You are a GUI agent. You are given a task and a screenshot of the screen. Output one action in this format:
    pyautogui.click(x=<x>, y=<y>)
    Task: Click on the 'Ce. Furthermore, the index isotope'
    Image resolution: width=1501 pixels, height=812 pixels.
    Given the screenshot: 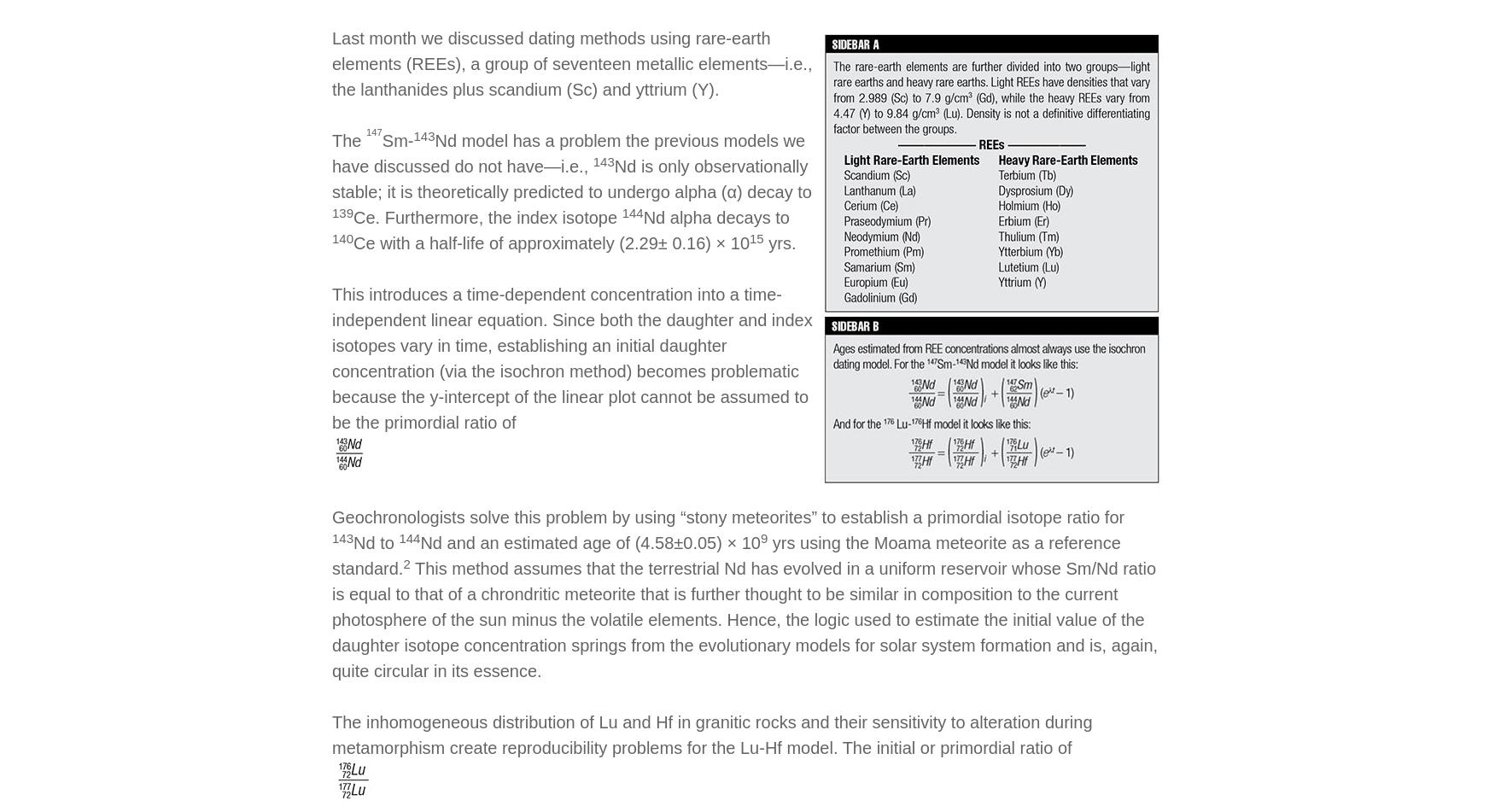 What is the action you would take?
    pyautogui.click(x=353, y=217)
    